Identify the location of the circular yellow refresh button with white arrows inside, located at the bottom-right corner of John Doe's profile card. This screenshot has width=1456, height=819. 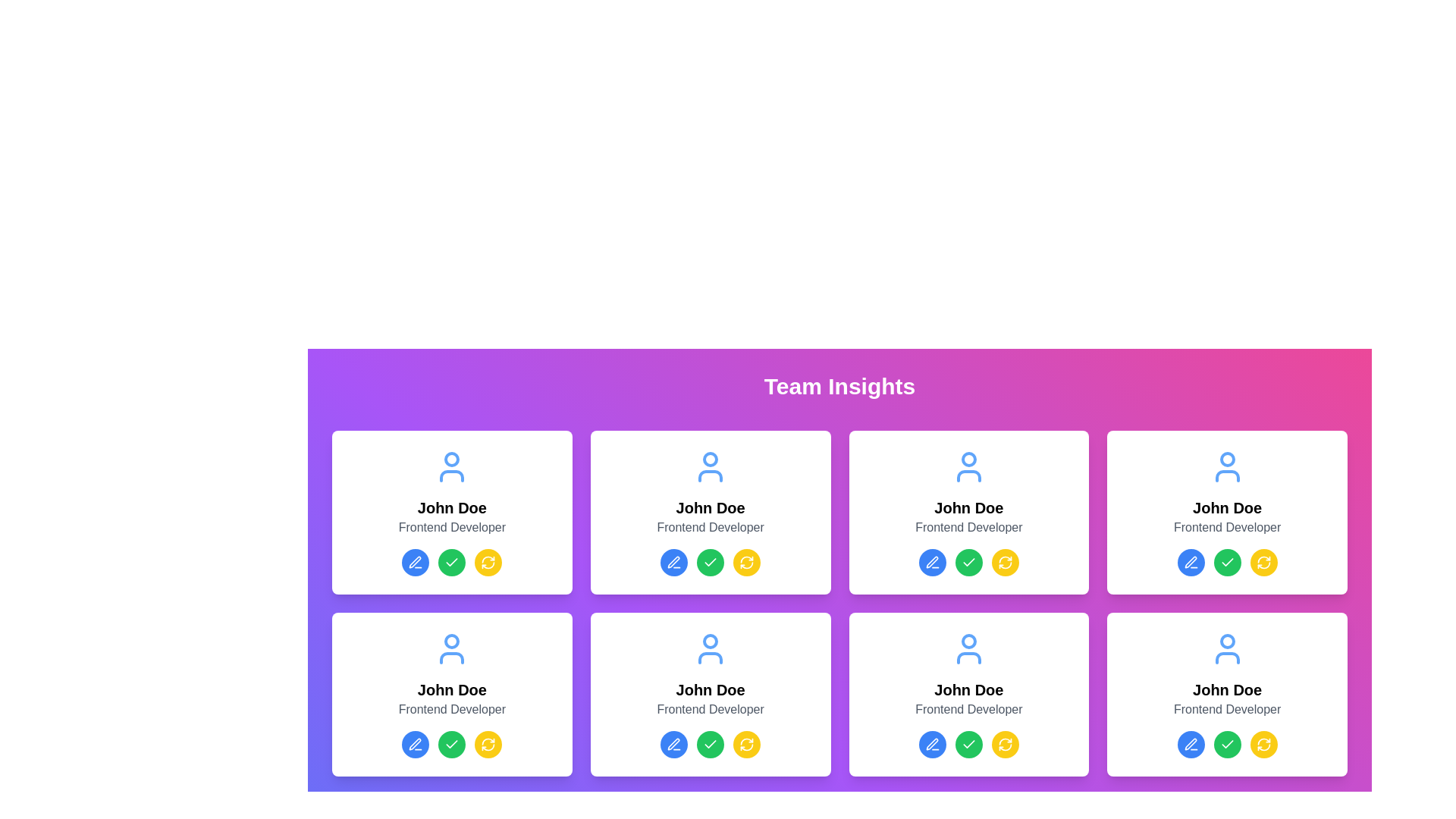
(488, 562).